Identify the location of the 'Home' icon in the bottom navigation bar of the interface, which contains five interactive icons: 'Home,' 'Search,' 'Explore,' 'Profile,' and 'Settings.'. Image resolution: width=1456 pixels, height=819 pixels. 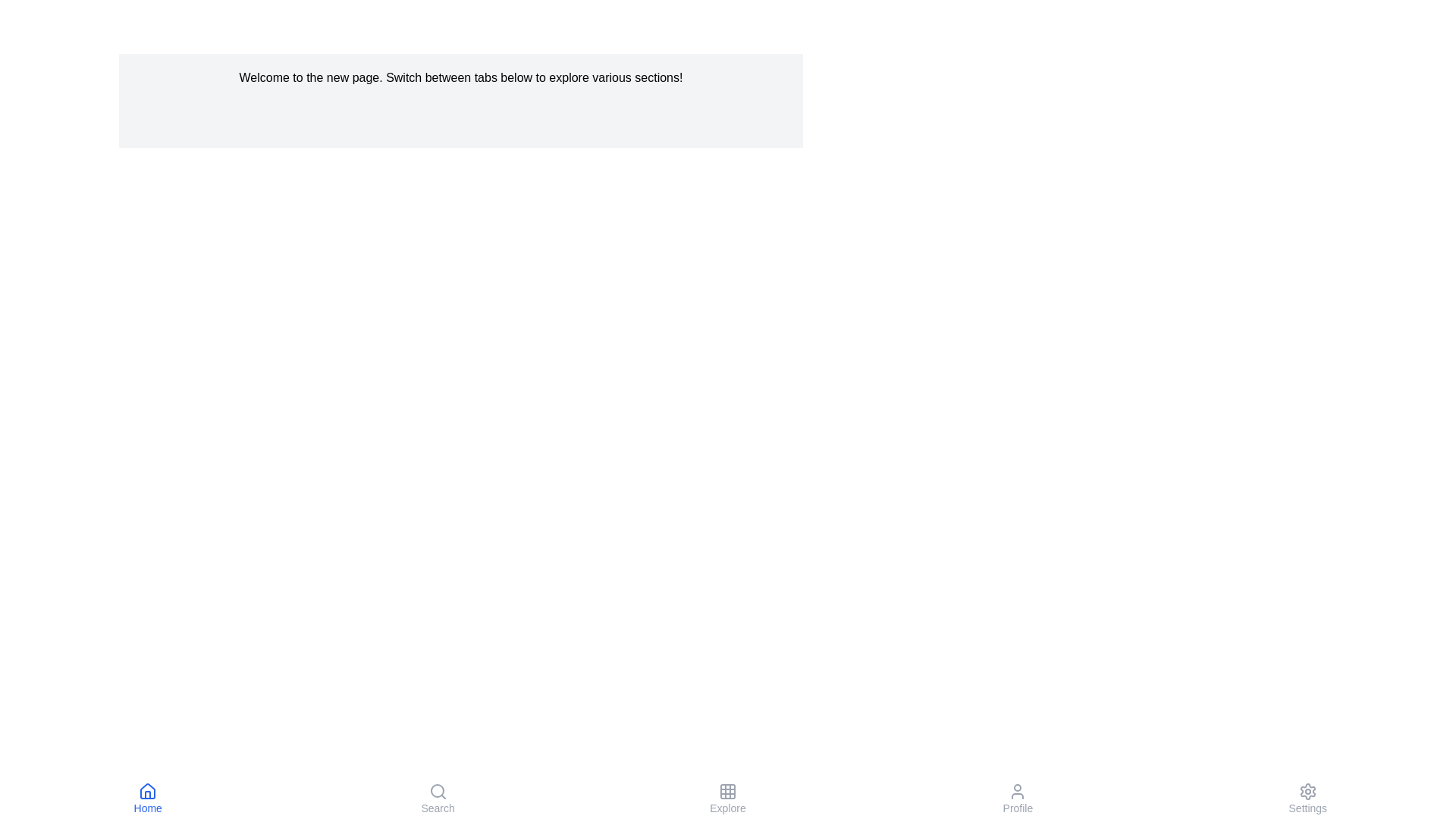
(728, 798).